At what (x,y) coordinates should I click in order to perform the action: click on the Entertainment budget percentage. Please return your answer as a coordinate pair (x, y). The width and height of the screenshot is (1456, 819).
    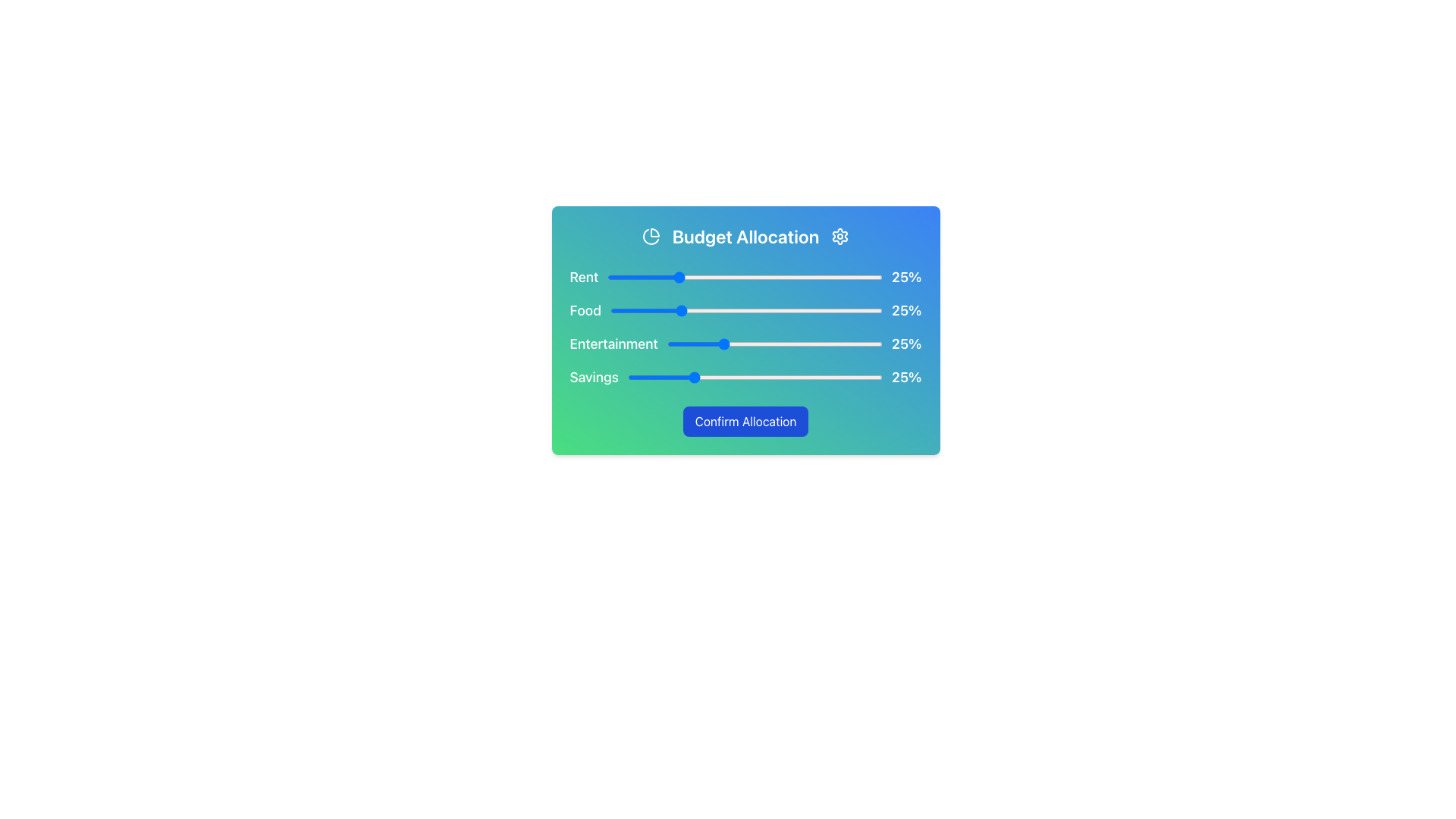
    Looking at the image, I should click on (795, 344).